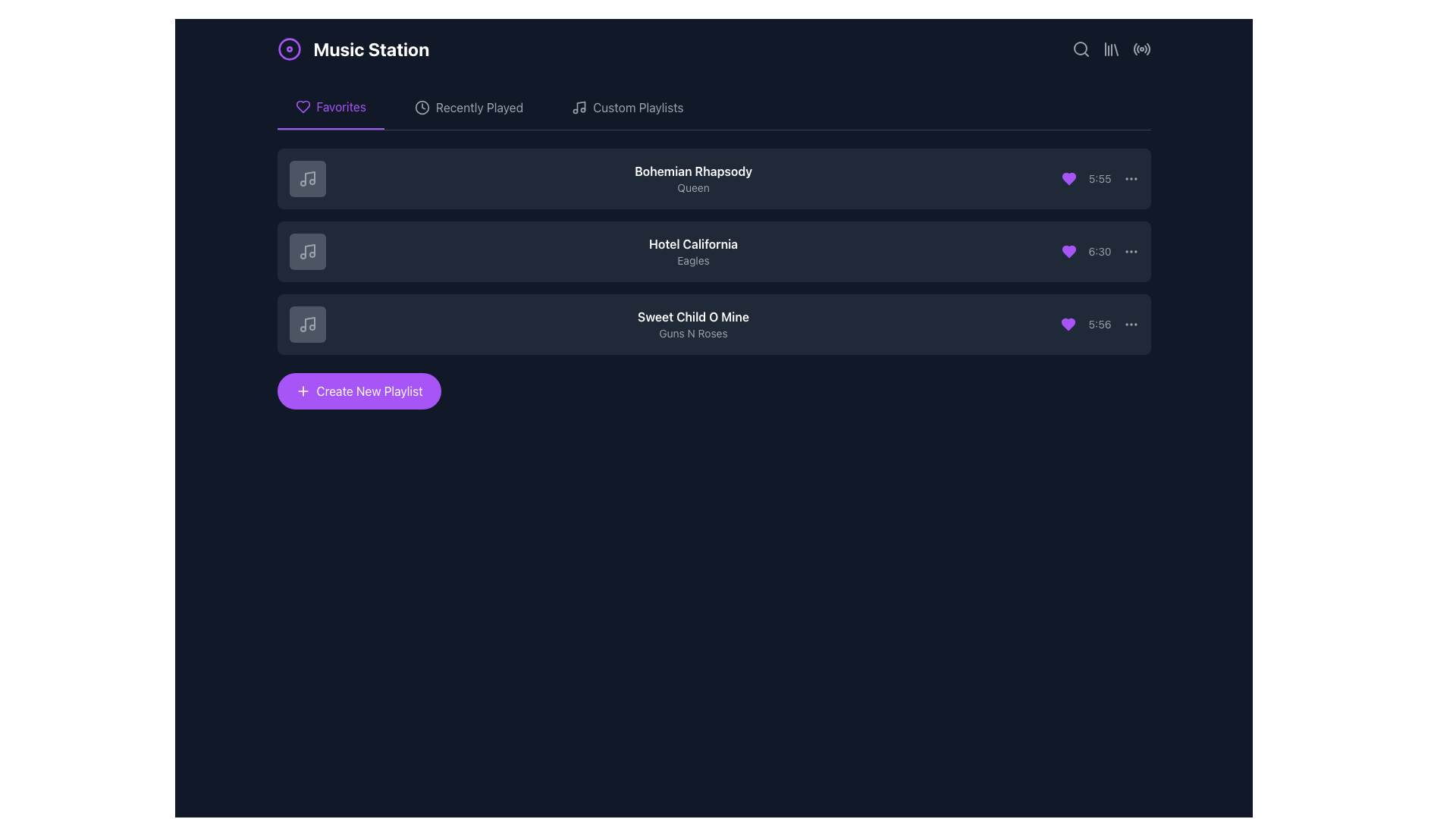 The height and width of the screenshot is (819, 1456). Describe the element at coordinates (1131, 177) in the screenshot. I see `the icon-based menu button, which consists of three horizontally aligned gray dots that turn white on hover, located at the far-right end of the '5:55' label in the first row of the playlist items` at that location.